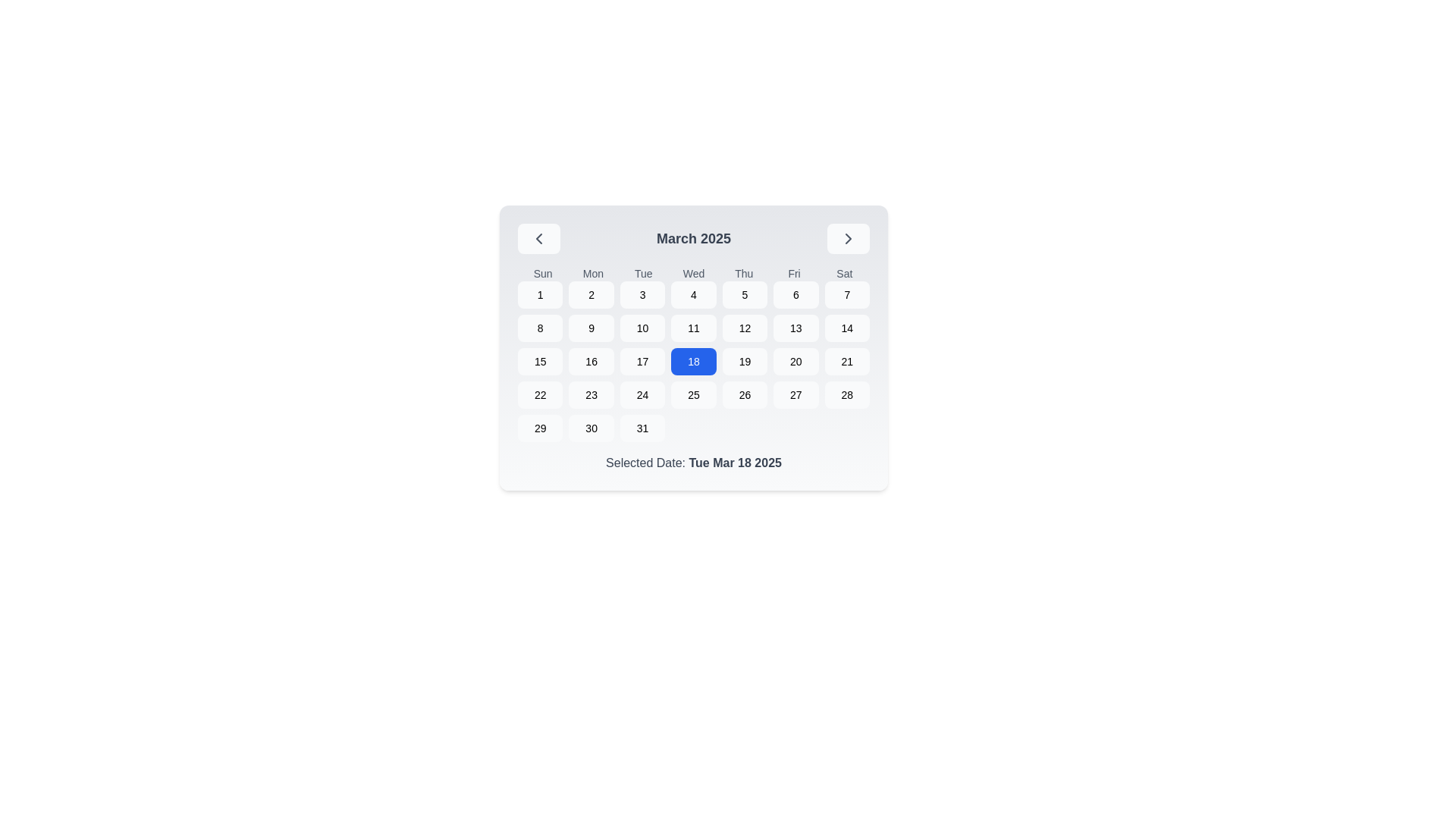 The height and width of the screenshot is (819, 1456). What do you see at coordinates (847, 239) in the screenshot?
I see `the right chevron button` at bounding box center [847, 239].